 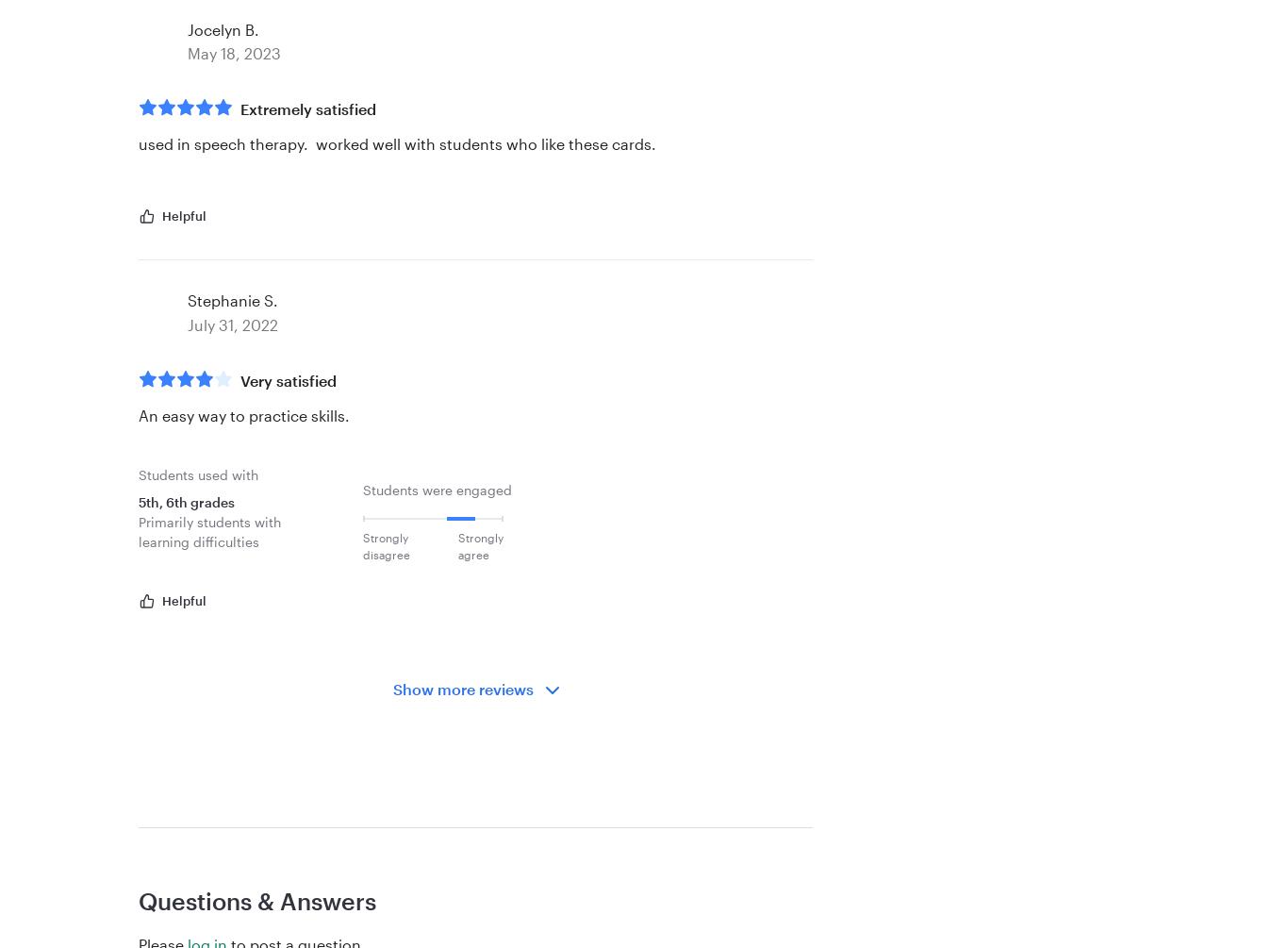 What do you see at coordinates (232, 324) in the screenshot?
I see `'July 31, 2022'` at bounding box center [232, 324].